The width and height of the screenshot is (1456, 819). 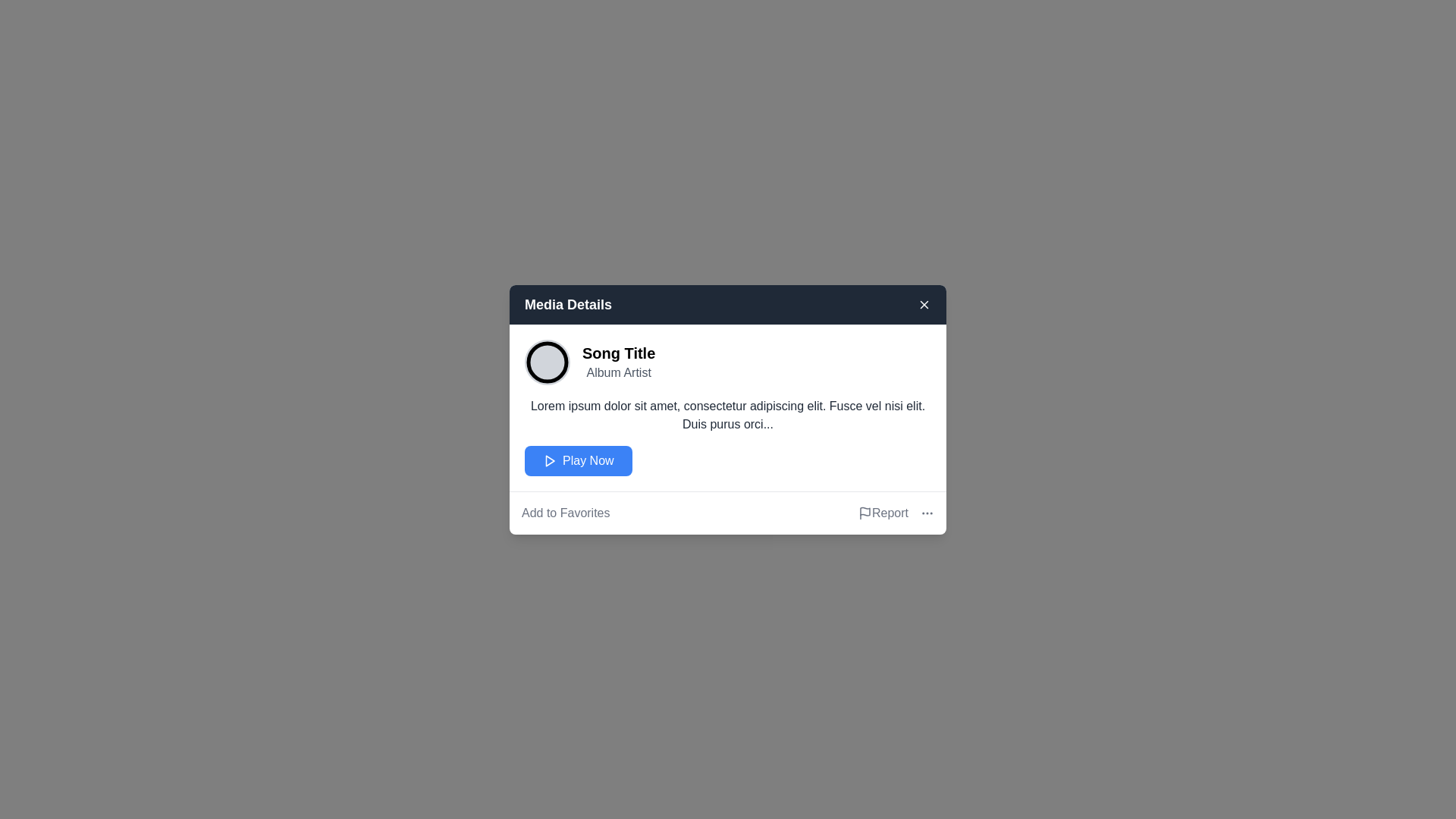 What do you see at coordinates (548, 460) in the screenshot?
I see `the small triangular 'Play' icon located inside the blue button labeled 'Play Now', which is positioned in the middle of the modal beneath the song details` at bounding box center [548, 460].